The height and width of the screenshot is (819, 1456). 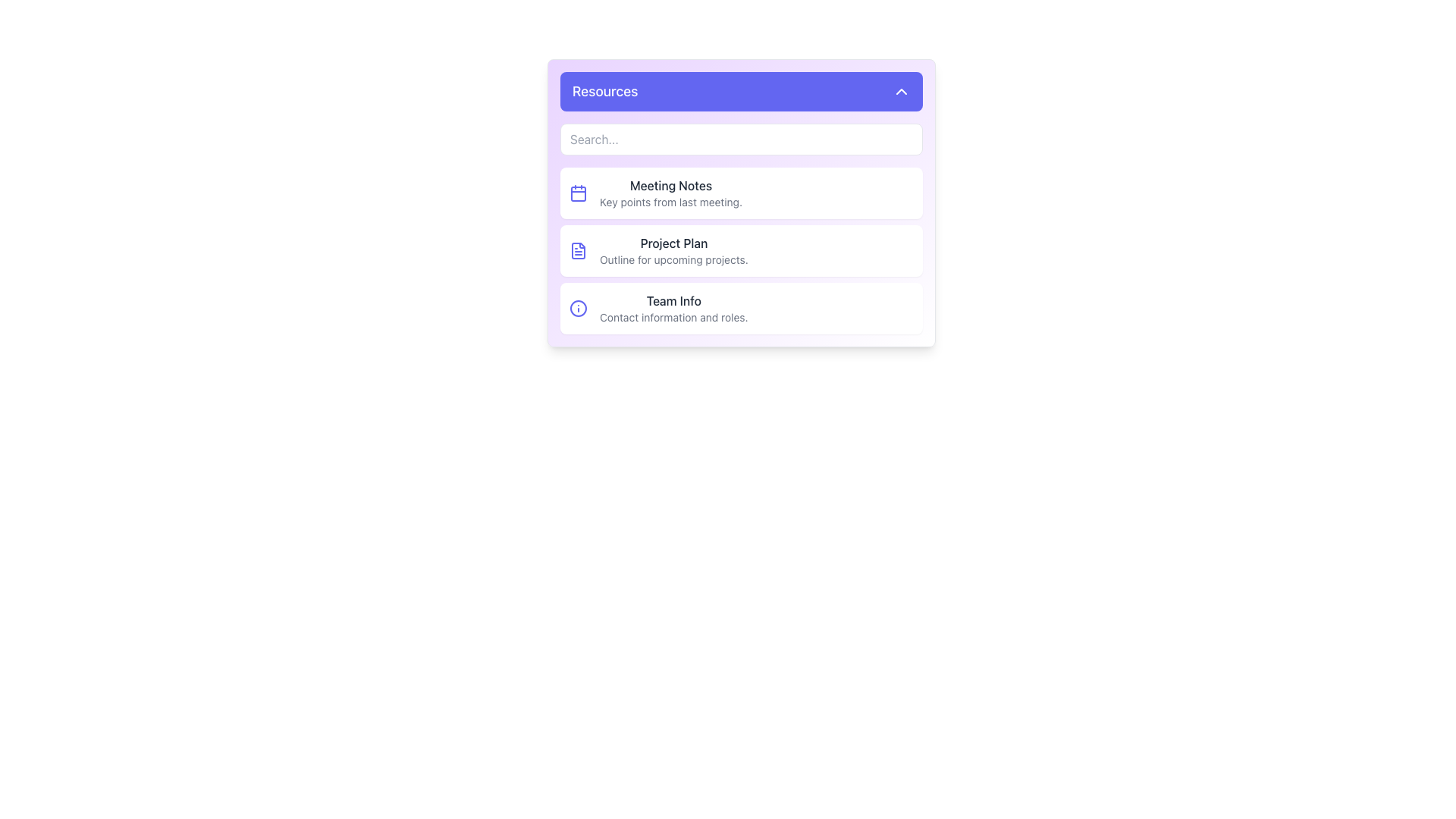 I want to click on text label located directly beneath the 'Team Info' label in the resource section, which provides context about the 'Team Info' category, so click(x=673, y=317).